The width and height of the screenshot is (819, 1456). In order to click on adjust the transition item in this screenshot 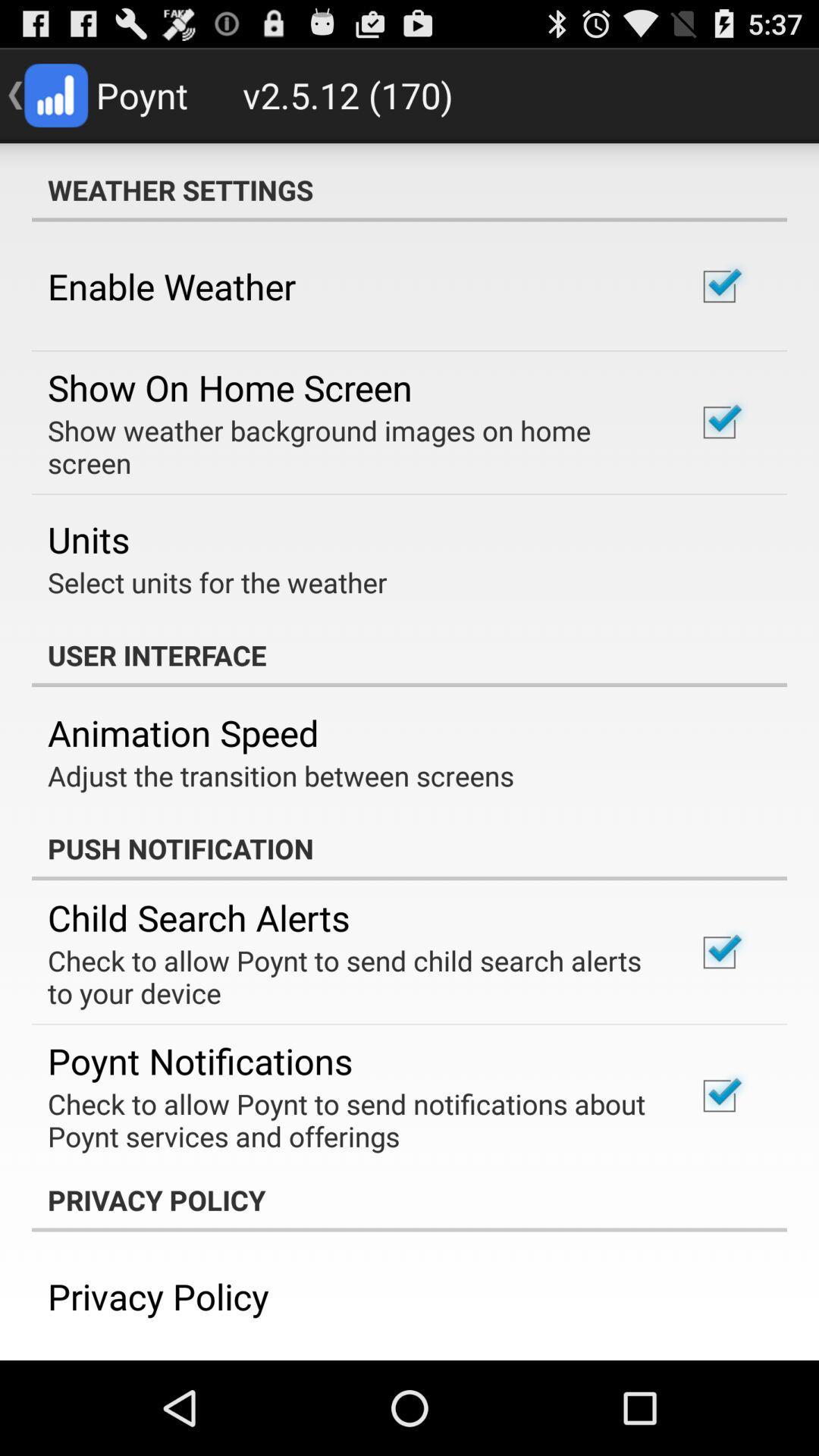, I will do `click(281, 775)`.